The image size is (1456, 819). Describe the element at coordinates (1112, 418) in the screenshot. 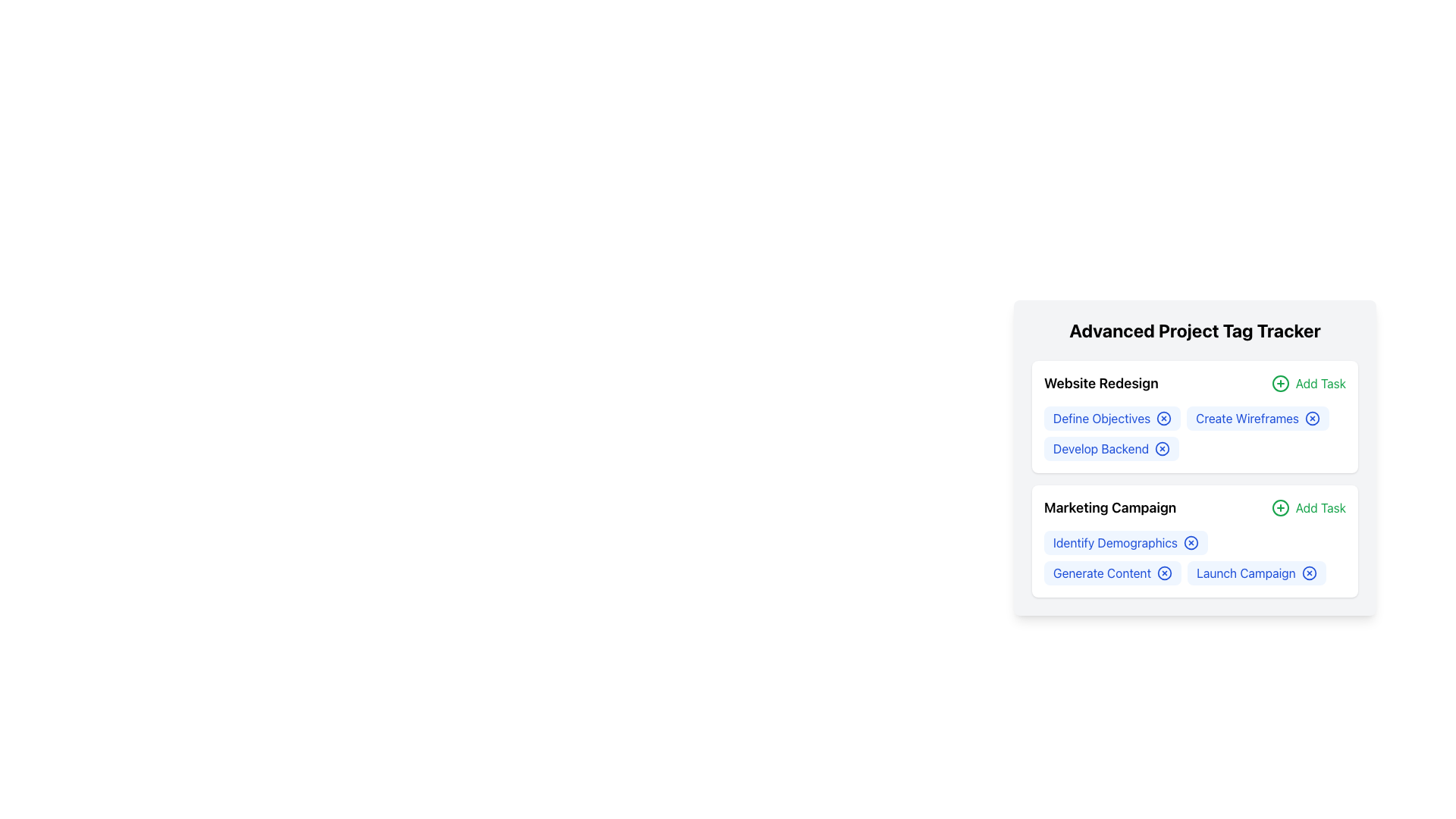

I see `the 'Define Objectives' button which is styled with a blue background and rounded corners, located in the upper section of the 'Website Redesign' card` at that location.